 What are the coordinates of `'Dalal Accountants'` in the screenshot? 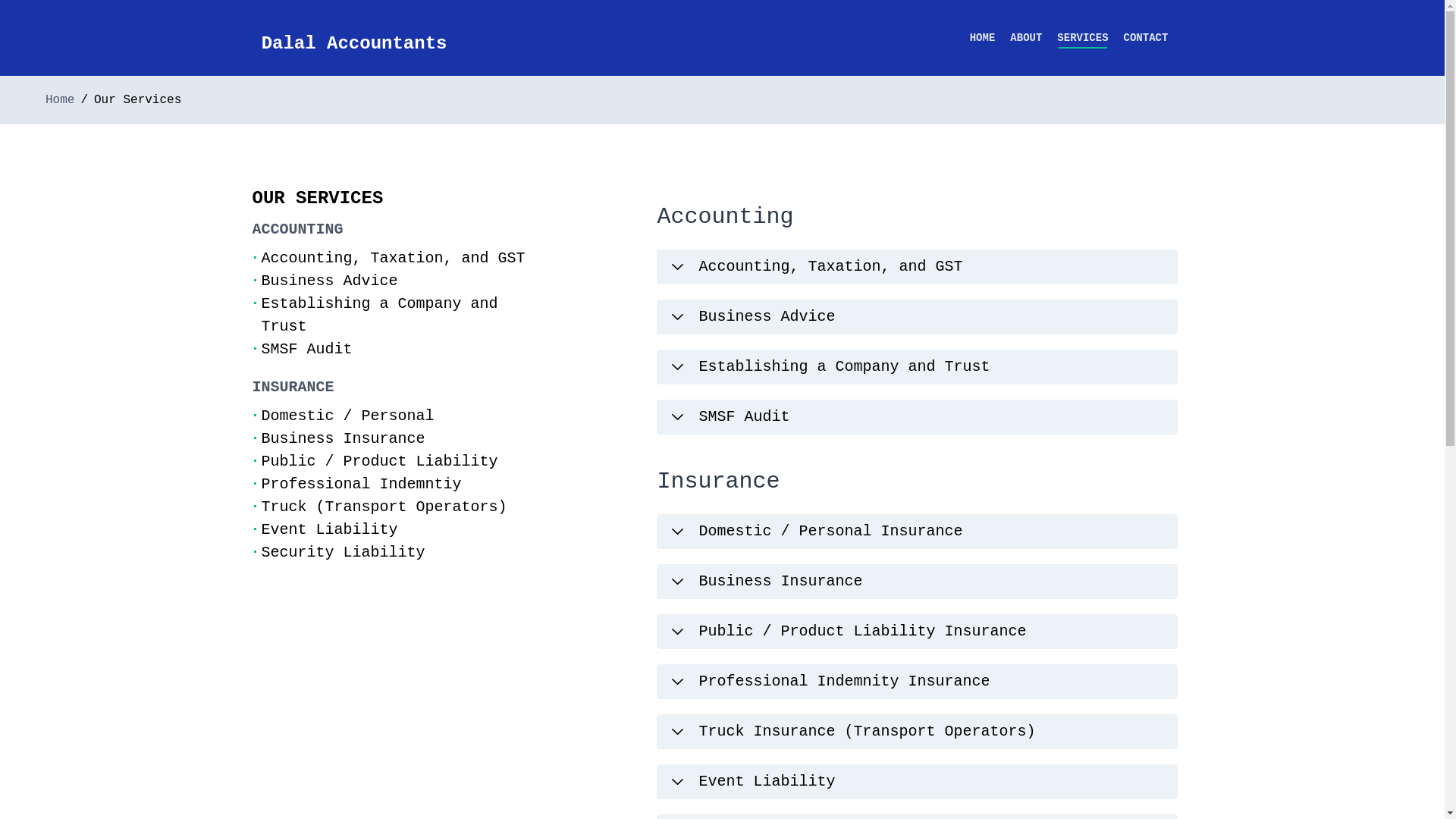 It's located at (353, 42).